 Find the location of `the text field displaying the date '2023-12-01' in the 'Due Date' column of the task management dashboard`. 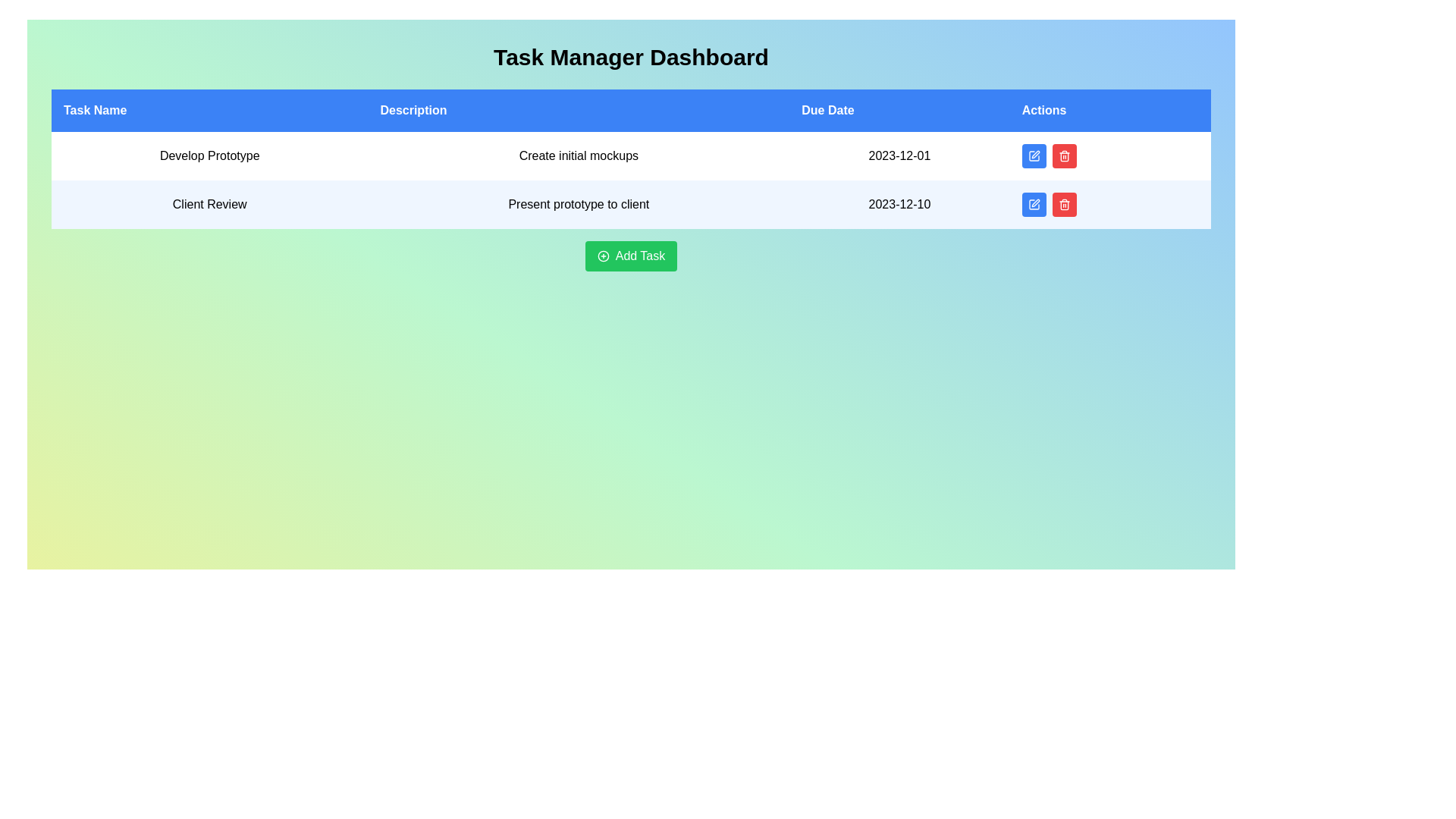

the text field displaying the date '2023-12-01' in the 'Due Date' column of the task management dashboard is located at coordinates (899, 155).